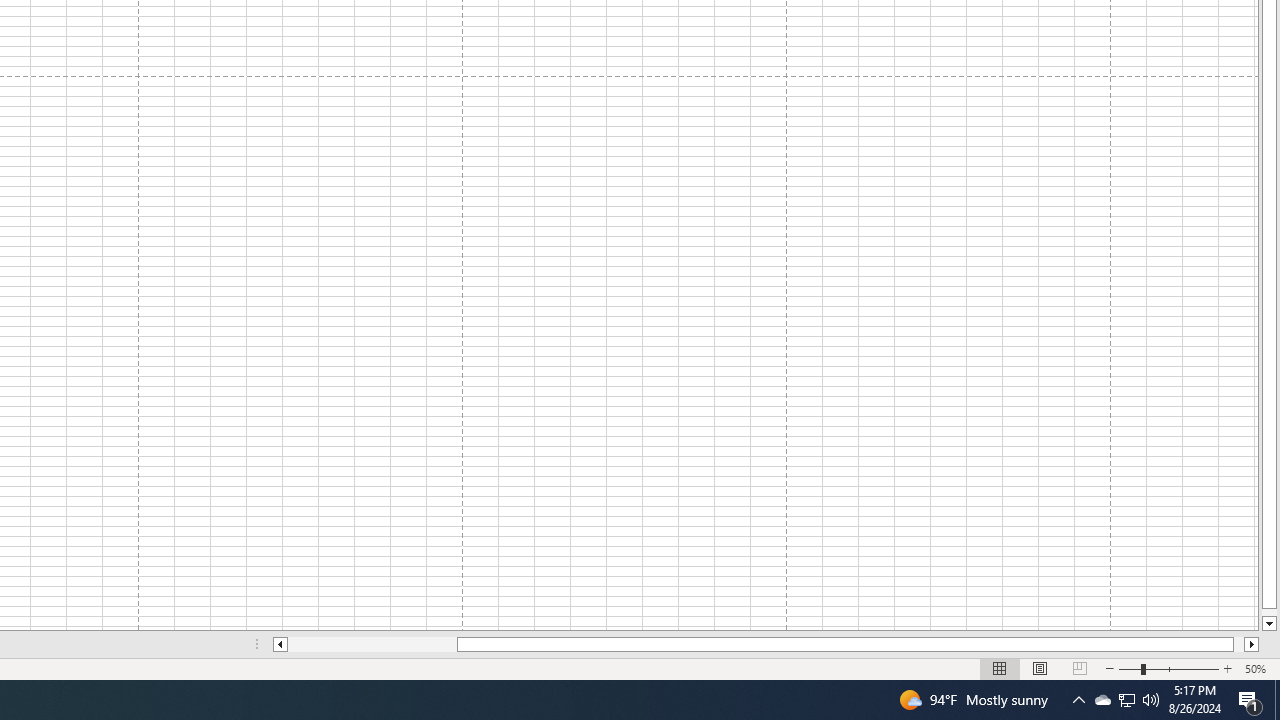  Describe the element at coordinates (1251, 644) in the screenshot. I see `'Column right'` at that location.